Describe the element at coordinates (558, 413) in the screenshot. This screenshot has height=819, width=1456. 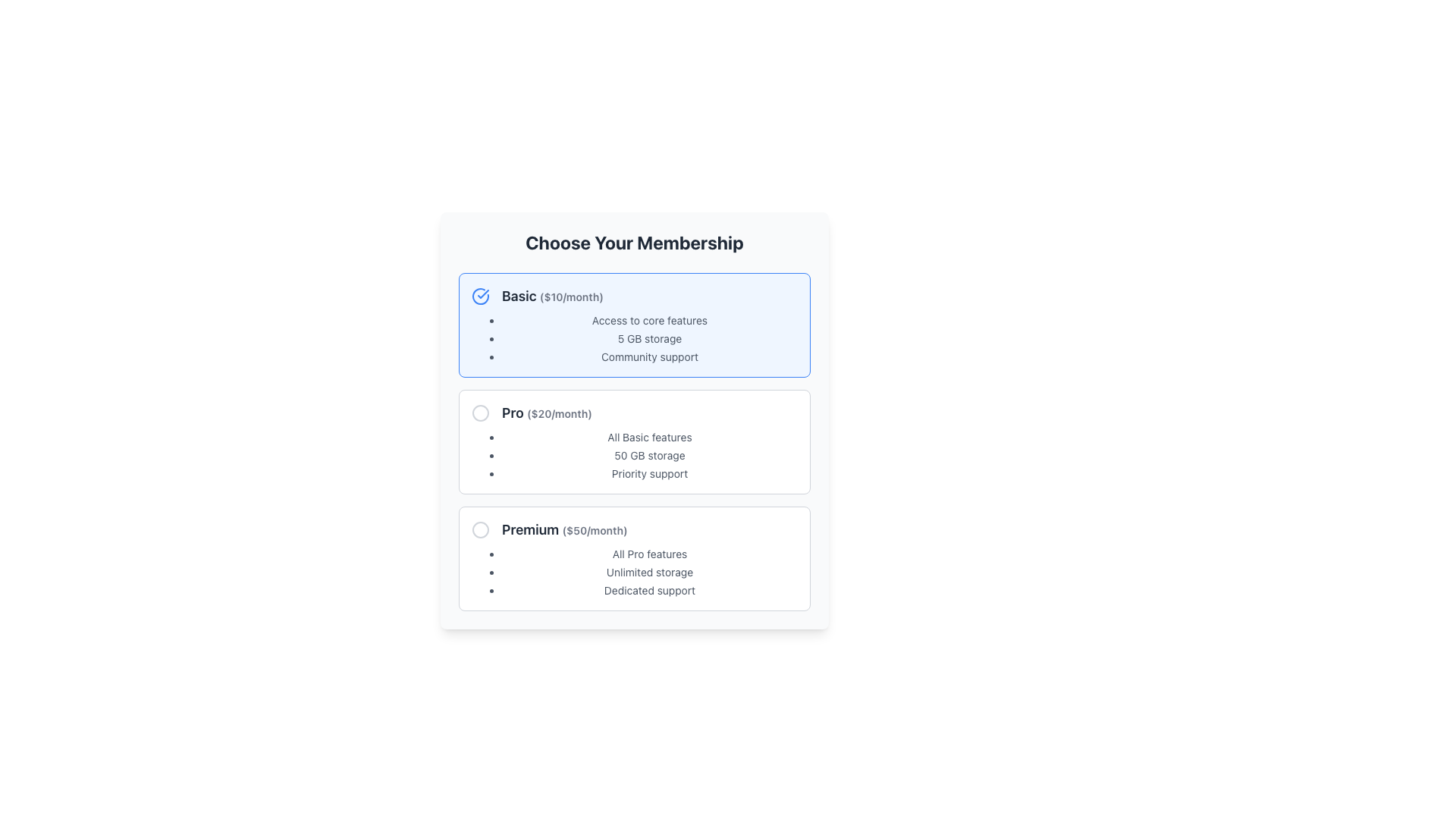
I see `the text label displaying '($20/month)' located to the right of the 'Pro' membership tier title, which is part of the outlined box for the 'Pro' section` at that location.